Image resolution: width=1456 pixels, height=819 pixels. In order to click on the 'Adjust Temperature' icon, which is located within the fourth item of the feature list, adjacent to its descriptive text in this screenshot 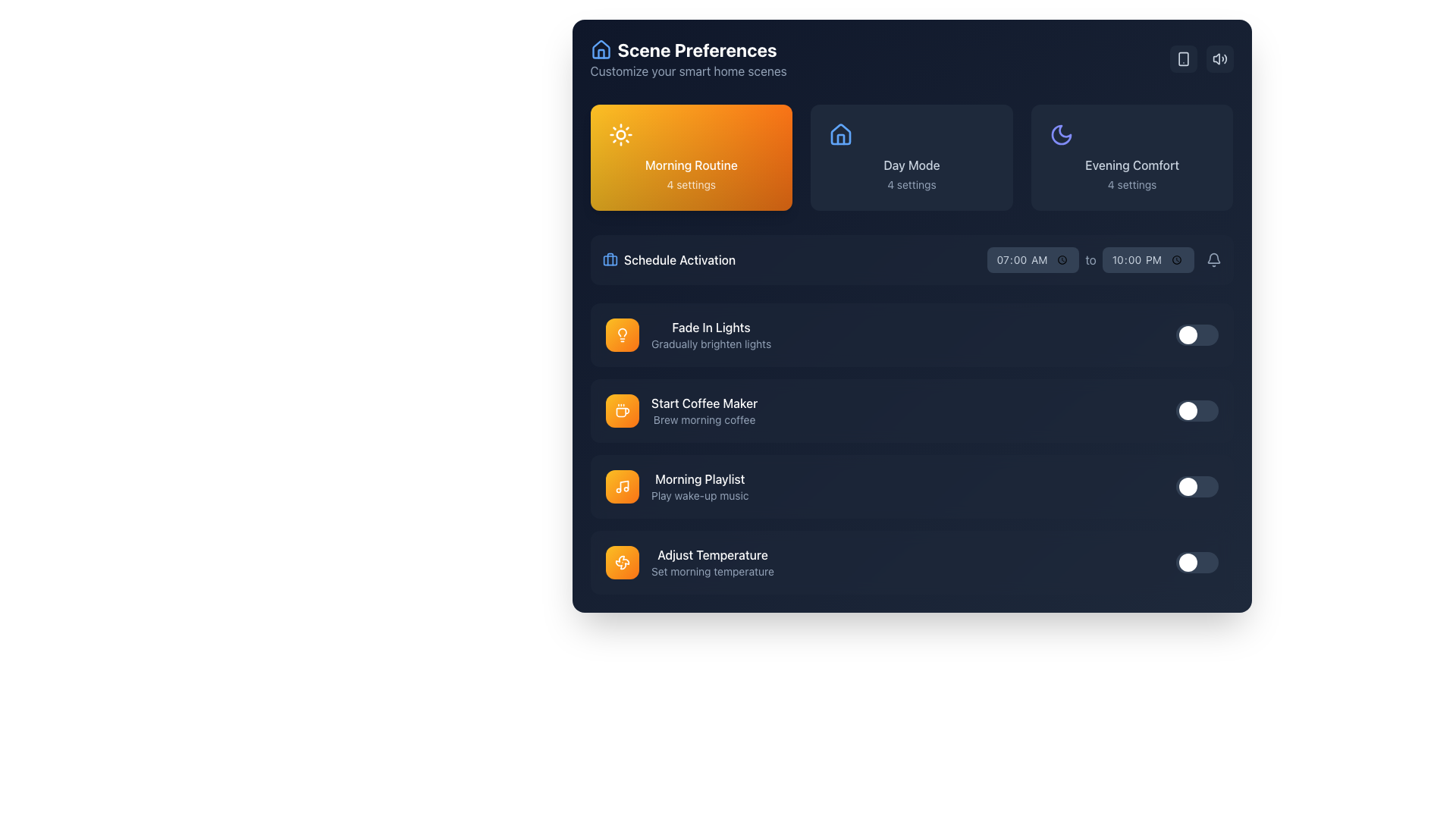, I will do `click(622, 562)`.